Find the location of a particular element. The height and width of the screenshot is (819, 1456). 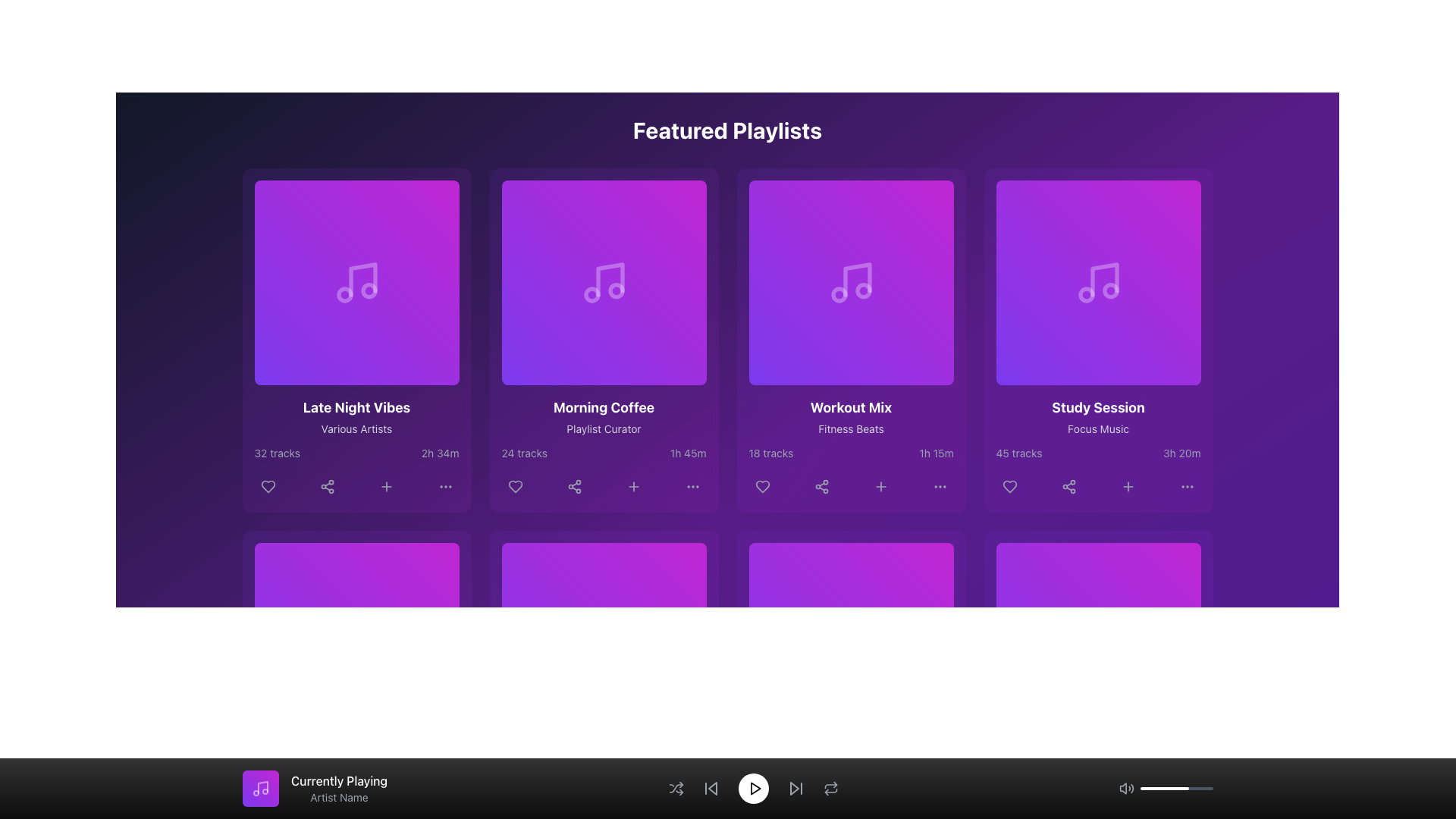

text label 'Fitness Beats' which is styled in light gray on a purple background, located below the 'Workout Mix' title in the third playlist card is located at coordinates (851, 429).